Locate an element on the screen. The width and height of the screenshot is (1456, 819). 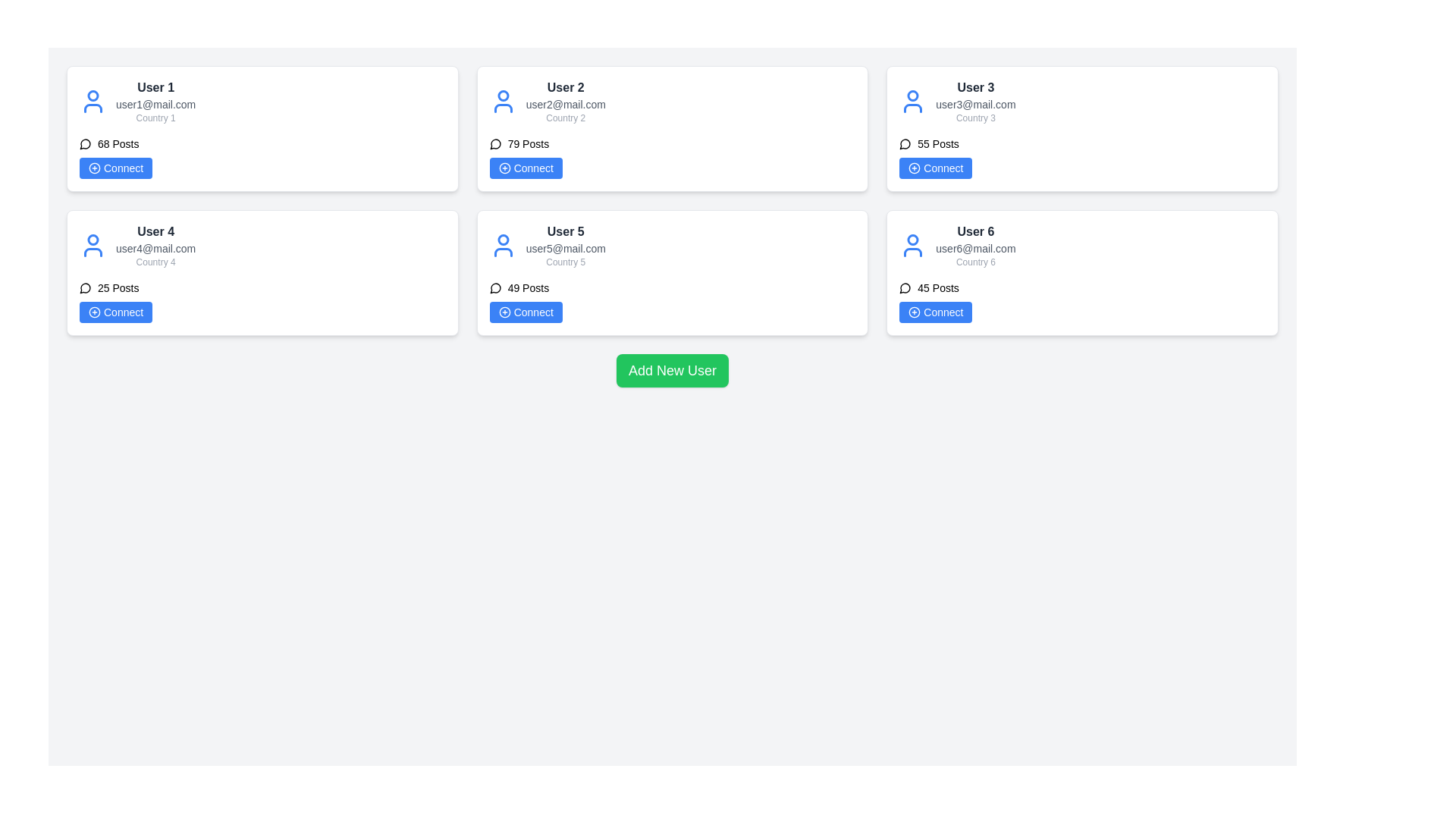
the small circular blue icon with a white plus sign located within the 'Connect' button under the profile of User 6 in the user card layout is located at coordinates (914, 312).